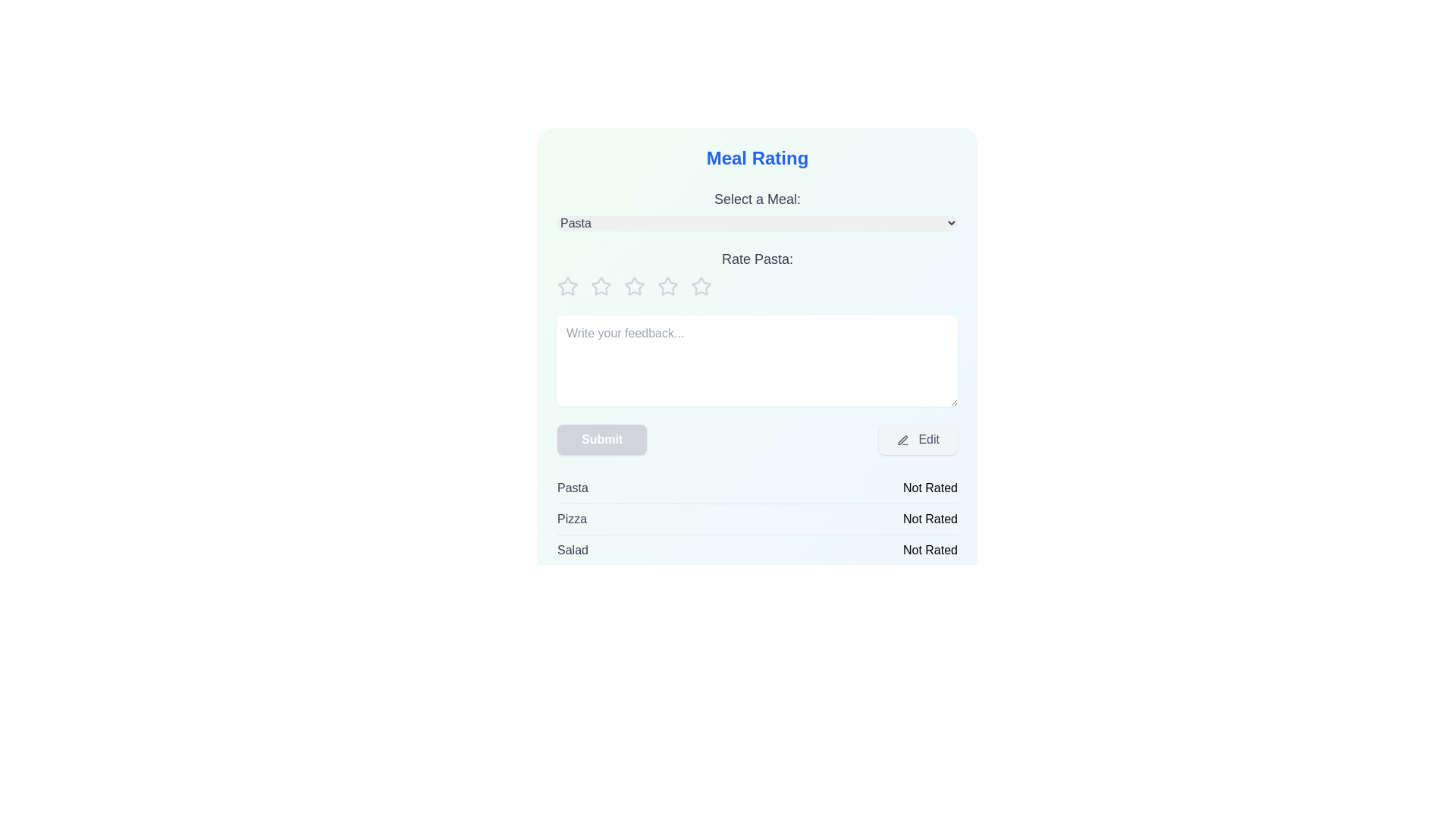 The height and width of the screenshot is (819, 1456). I want to click on the dropdown menu labeled 'Meal Rating', so click(757, 209).